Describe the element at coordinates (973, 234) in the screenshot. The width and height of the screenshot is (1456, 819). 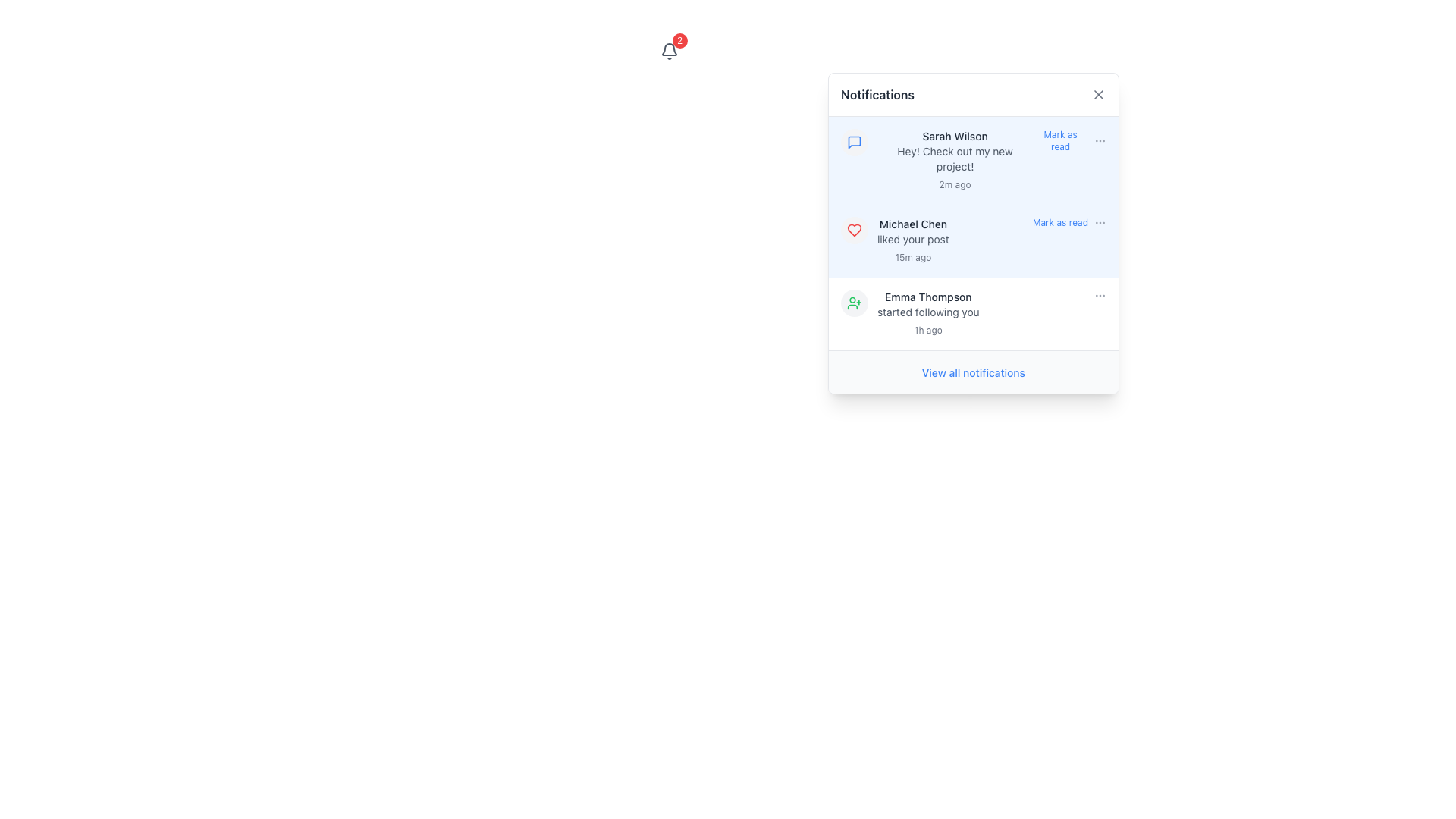
I see `the notification item for 'Michael Chen' in the notification feed to mark it as read` at that location.